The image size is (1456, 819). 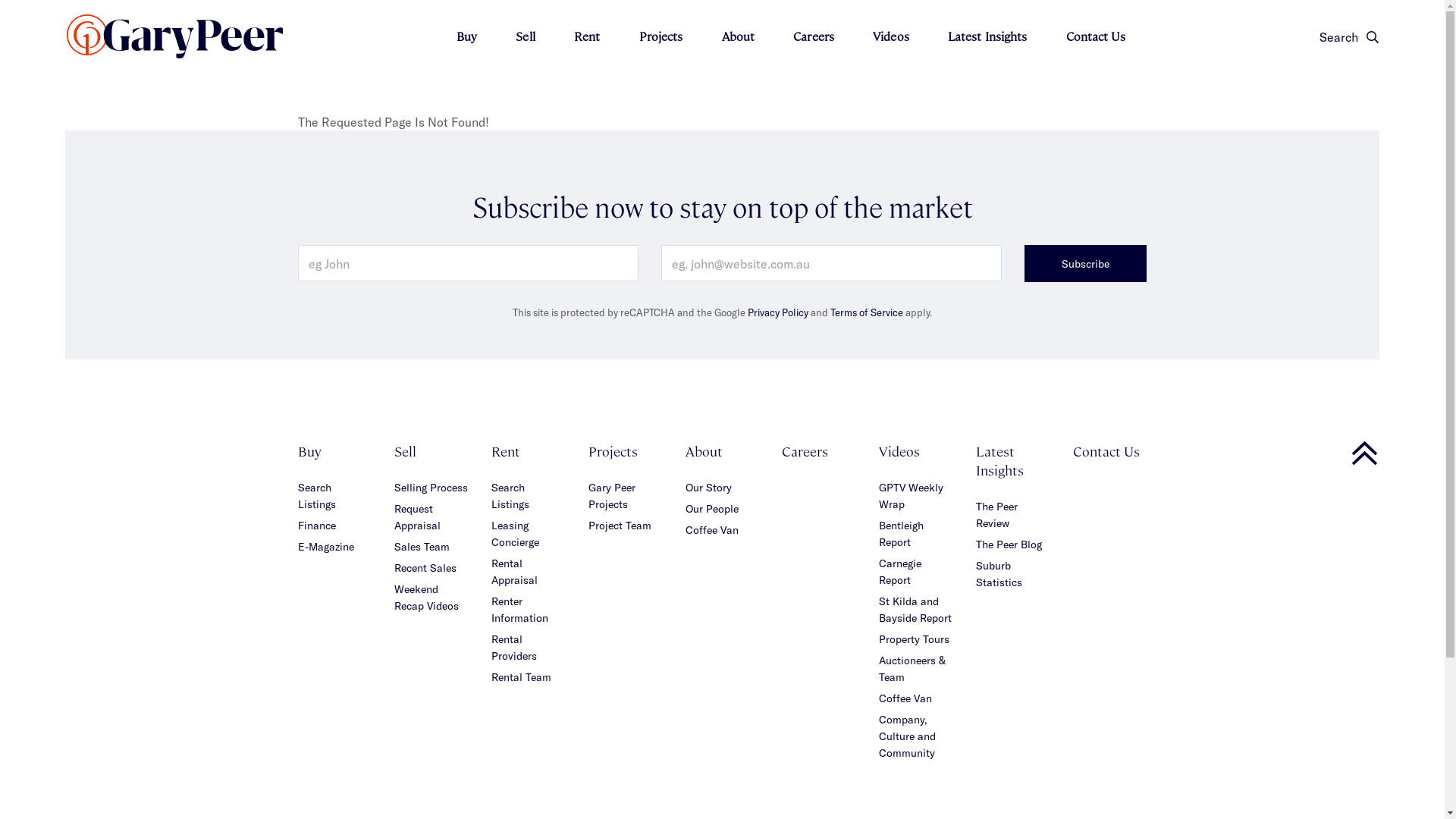 What do you see at coordinates (901, 532) in the screenshot?
I see `'Bentleigh Report'` at bounding box center [901, 532].